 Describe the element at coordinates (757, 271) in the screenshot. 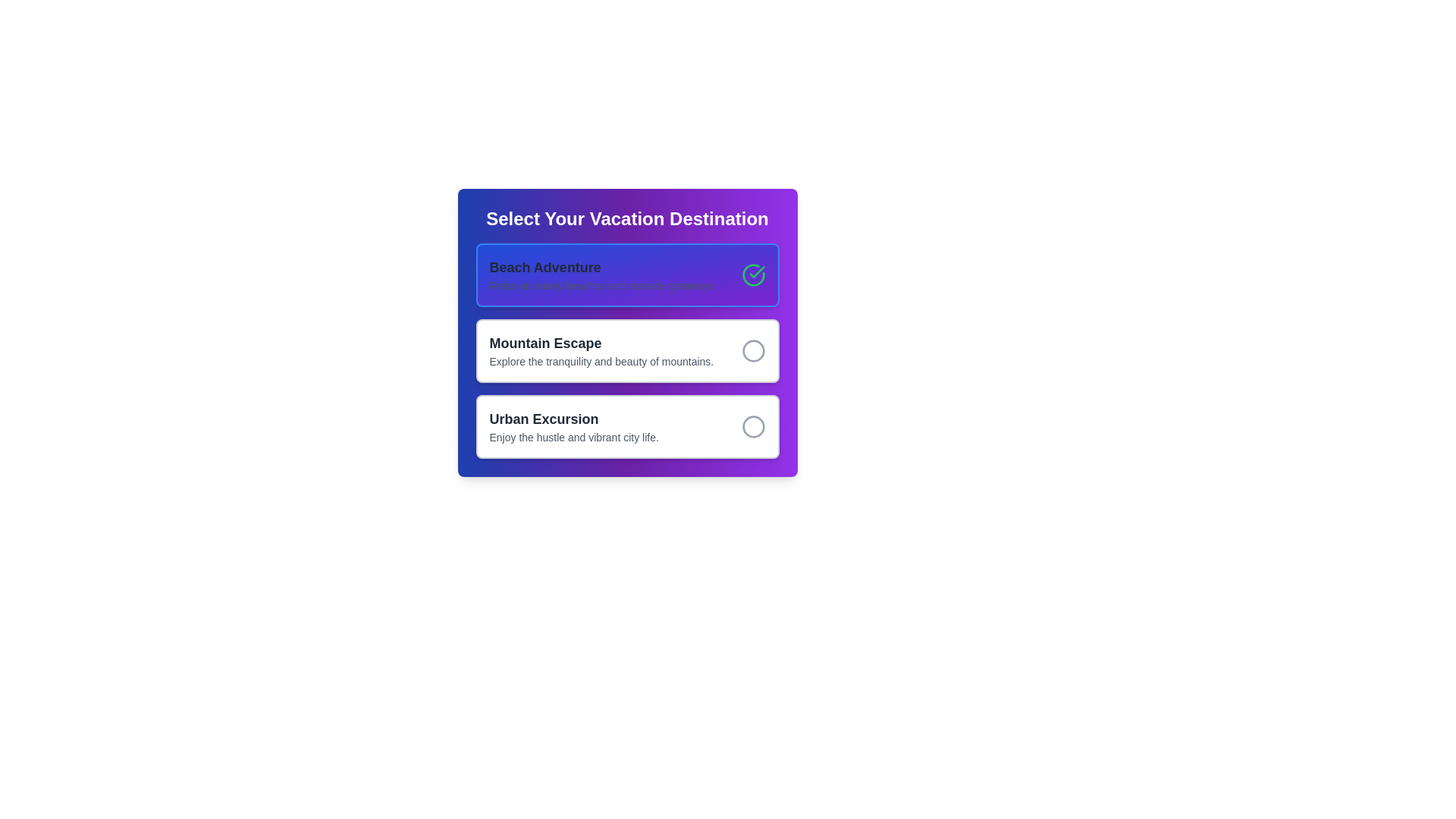

I see `the icon indicating that the 'Beach Adventure' option has been selected by clicking on it in the top-right corner of the corresponding card` at that location.